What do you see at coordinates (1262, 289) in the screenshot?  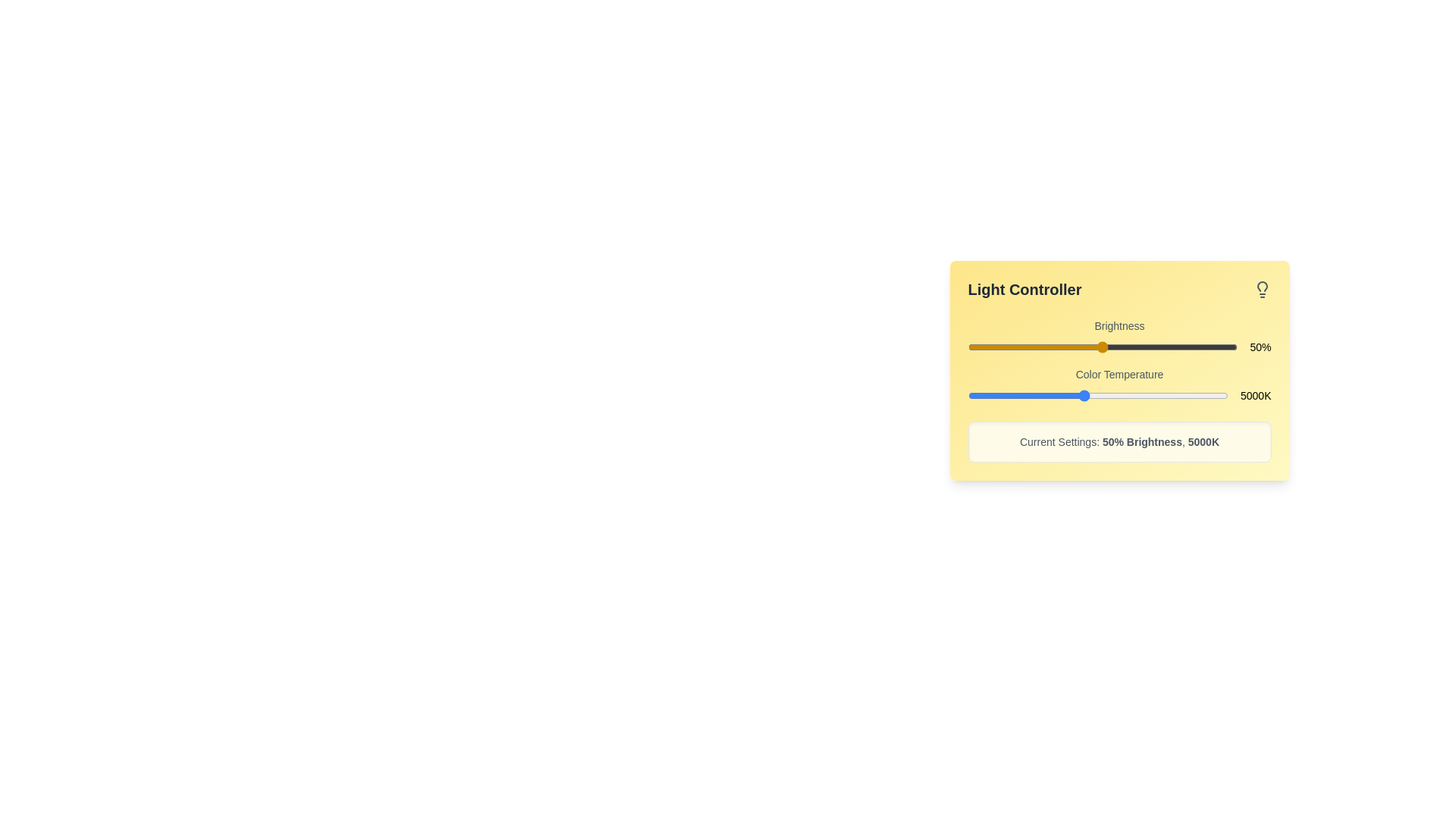 I see `the lightbulb icon to activate its functionality` at bounding box center [1262, 289].